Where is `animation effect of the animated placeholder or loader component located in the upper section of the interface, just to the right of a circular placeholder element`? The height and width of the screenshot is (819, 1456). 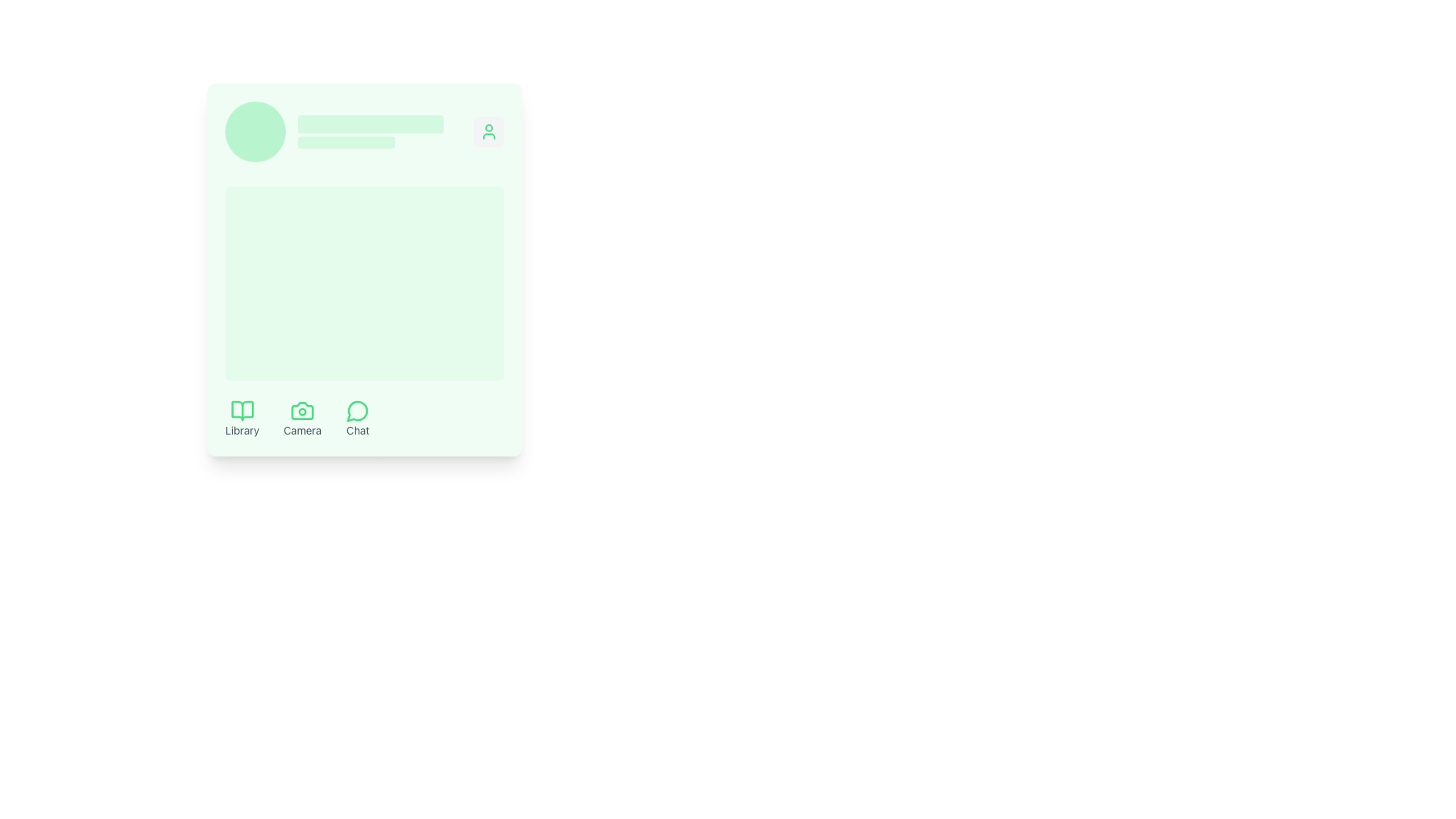
animation effect of the animated placeholder or loader component located in the upper section of the interface, just to the right of a circular placeholder element is located at coordinates (371, 130).